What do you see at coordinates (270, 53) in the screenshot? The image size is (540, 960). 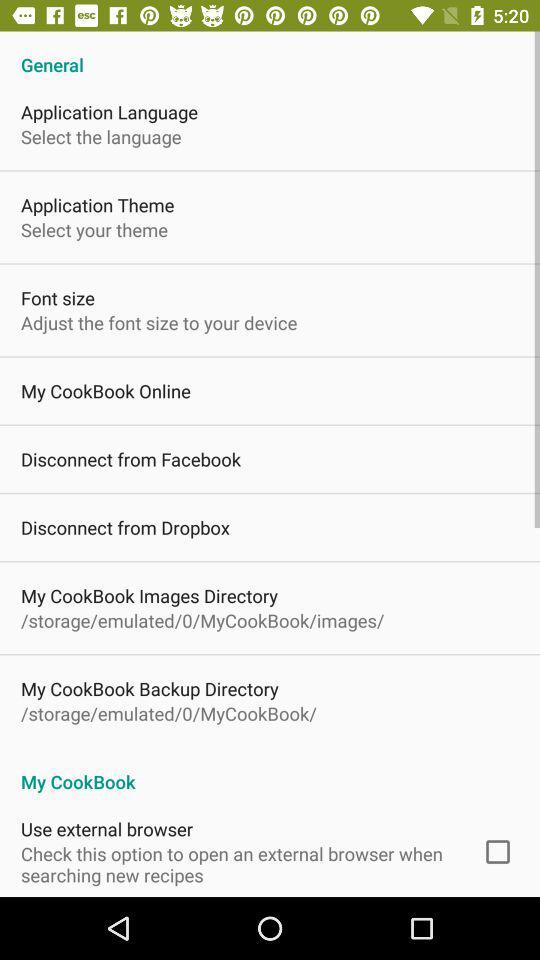 I see `the general app` at bounding box center [270, 53].